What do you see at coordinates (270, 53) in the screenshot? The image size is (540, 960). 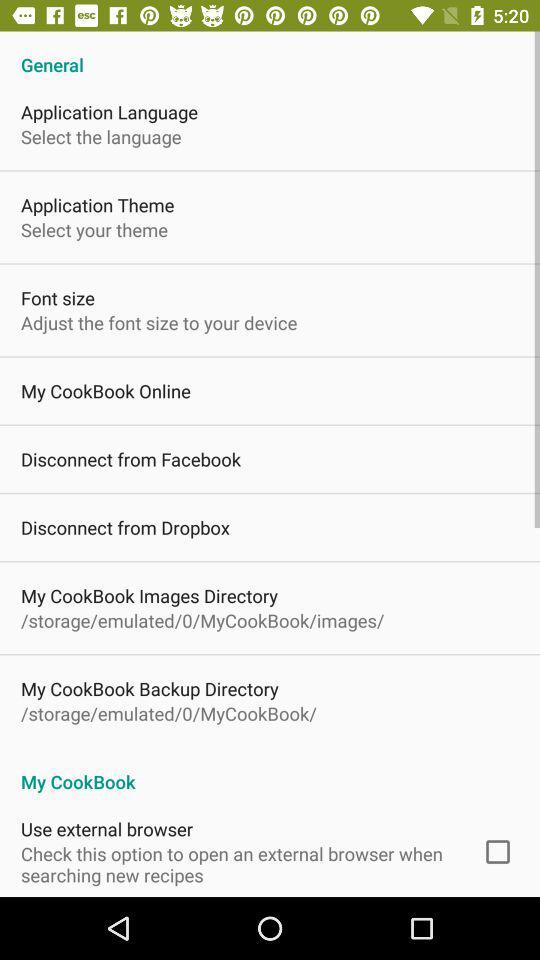 I see `the general app` at bounding box center [270, 53].